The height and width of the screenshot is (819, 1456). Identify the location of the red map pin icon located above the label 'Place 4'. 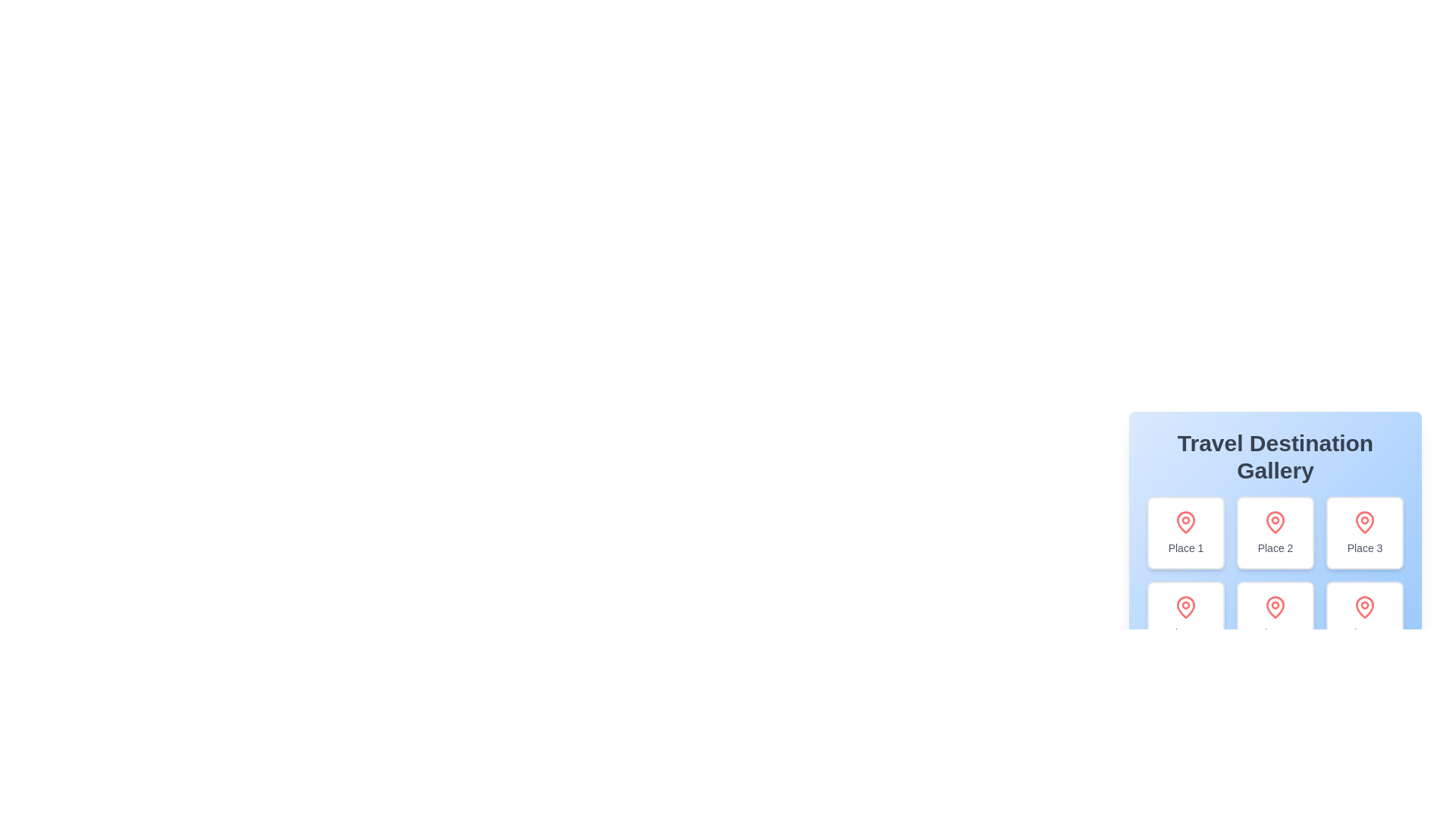
(1185, 607).